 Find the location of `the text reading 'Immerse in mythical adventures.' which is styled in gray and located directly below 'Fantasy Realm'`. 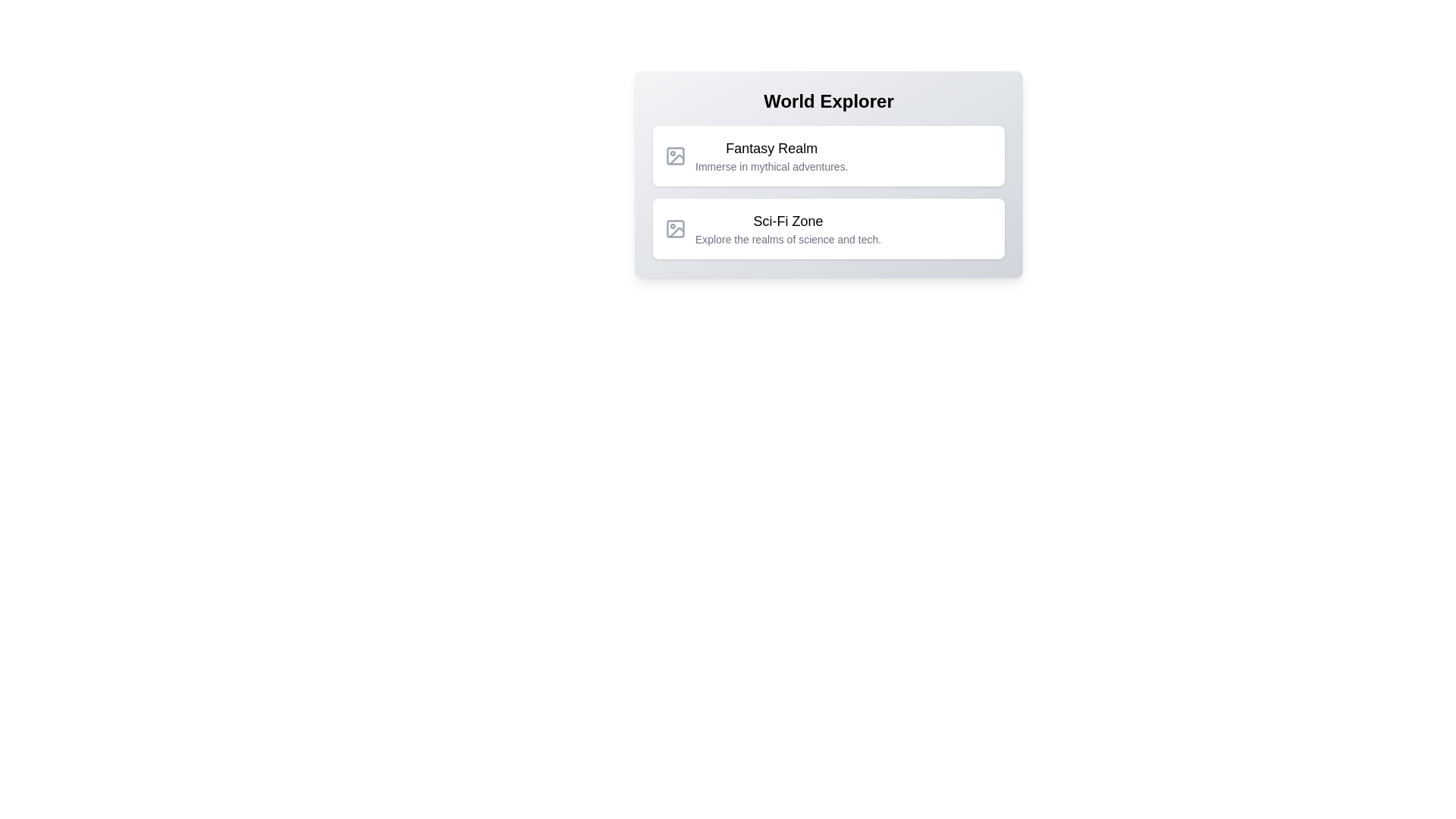

the text reading 'Immerse in mythical adventures.' which is styled in gray and located directly below 'Fantasy Realm' is located at coordinates (771, 166).